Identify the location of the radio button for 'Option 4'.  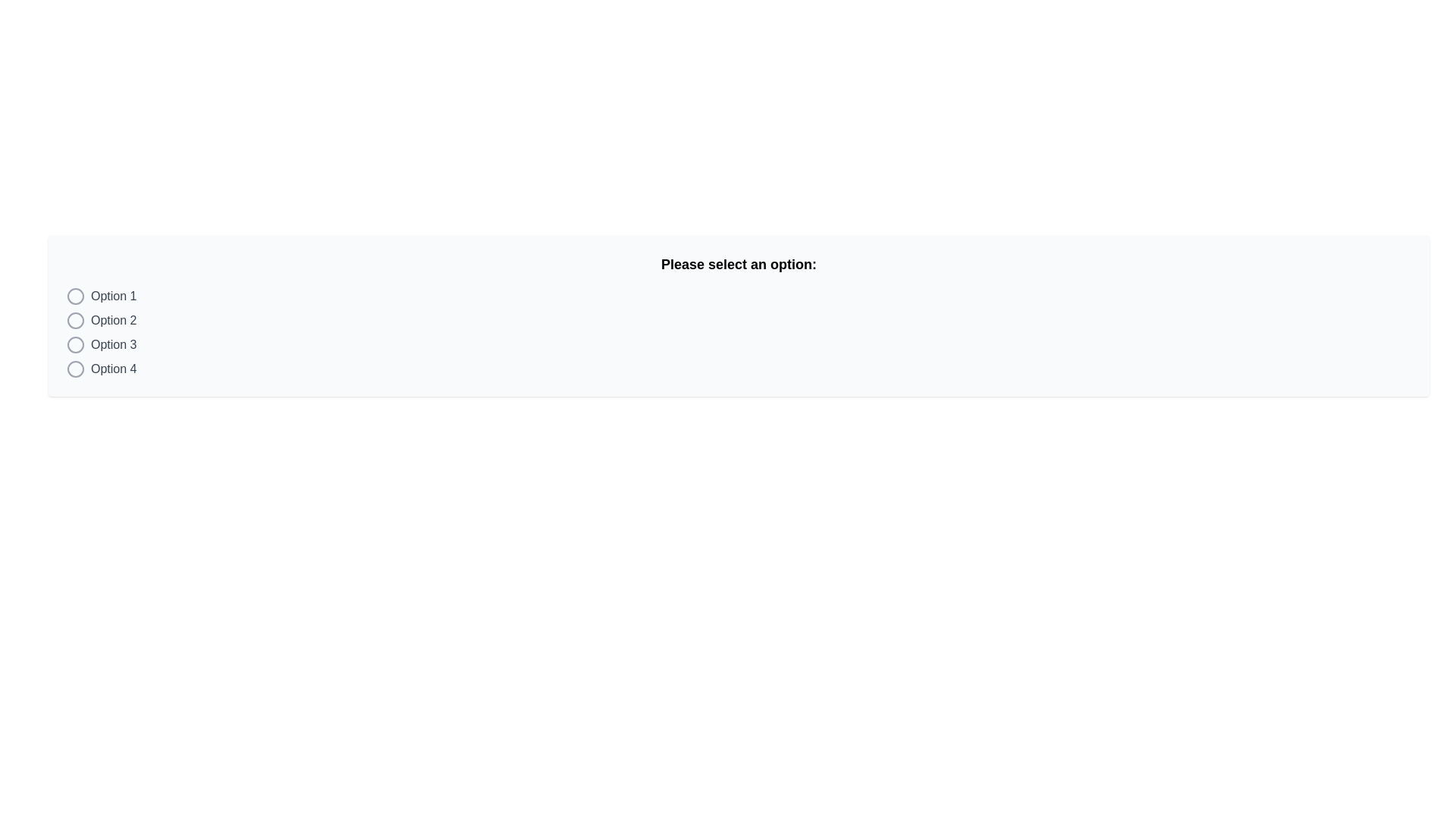
(75, 369).